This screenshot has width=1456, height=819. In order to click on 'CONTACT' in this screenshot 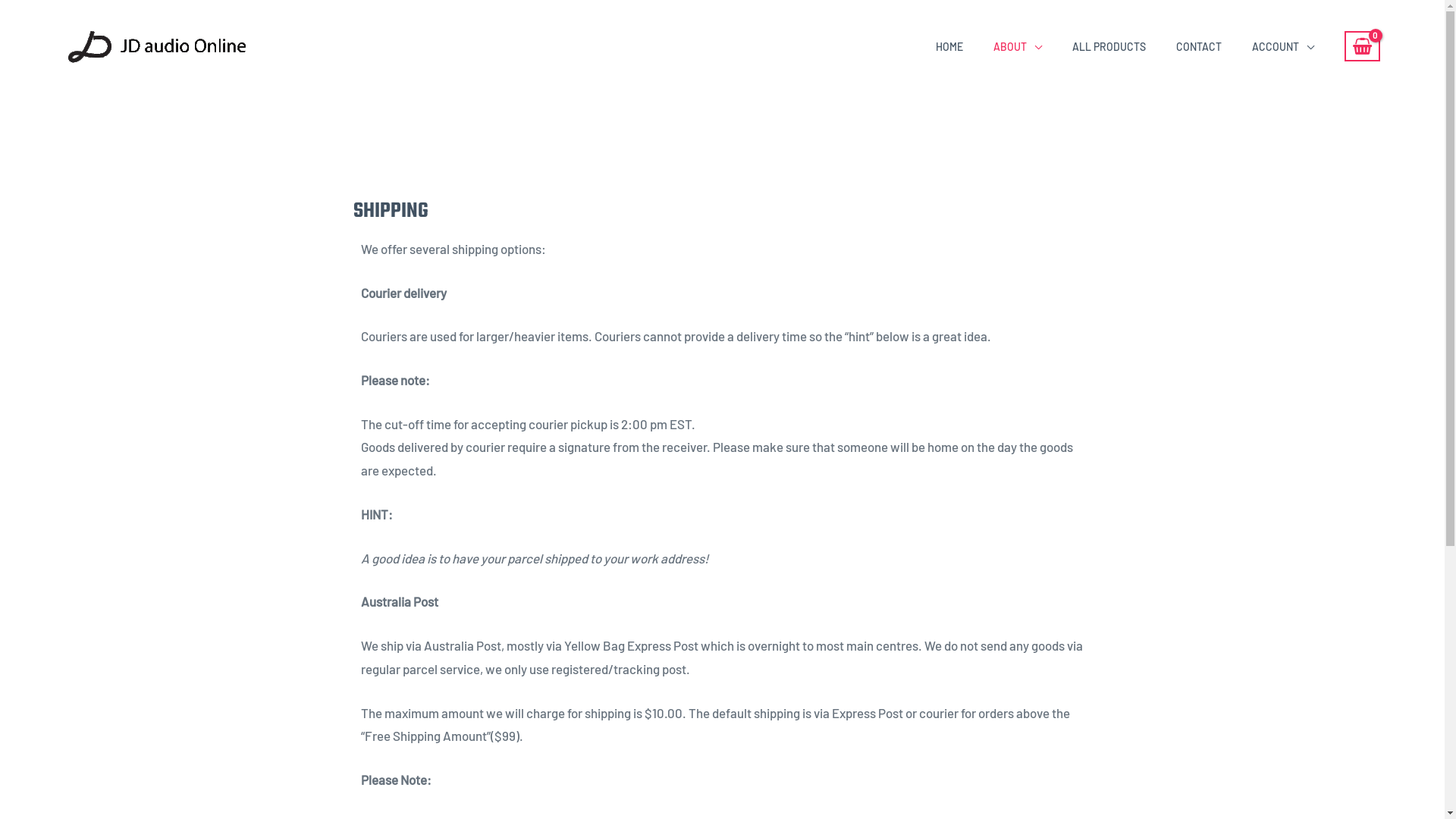, I will do `click(1197, 45)`.